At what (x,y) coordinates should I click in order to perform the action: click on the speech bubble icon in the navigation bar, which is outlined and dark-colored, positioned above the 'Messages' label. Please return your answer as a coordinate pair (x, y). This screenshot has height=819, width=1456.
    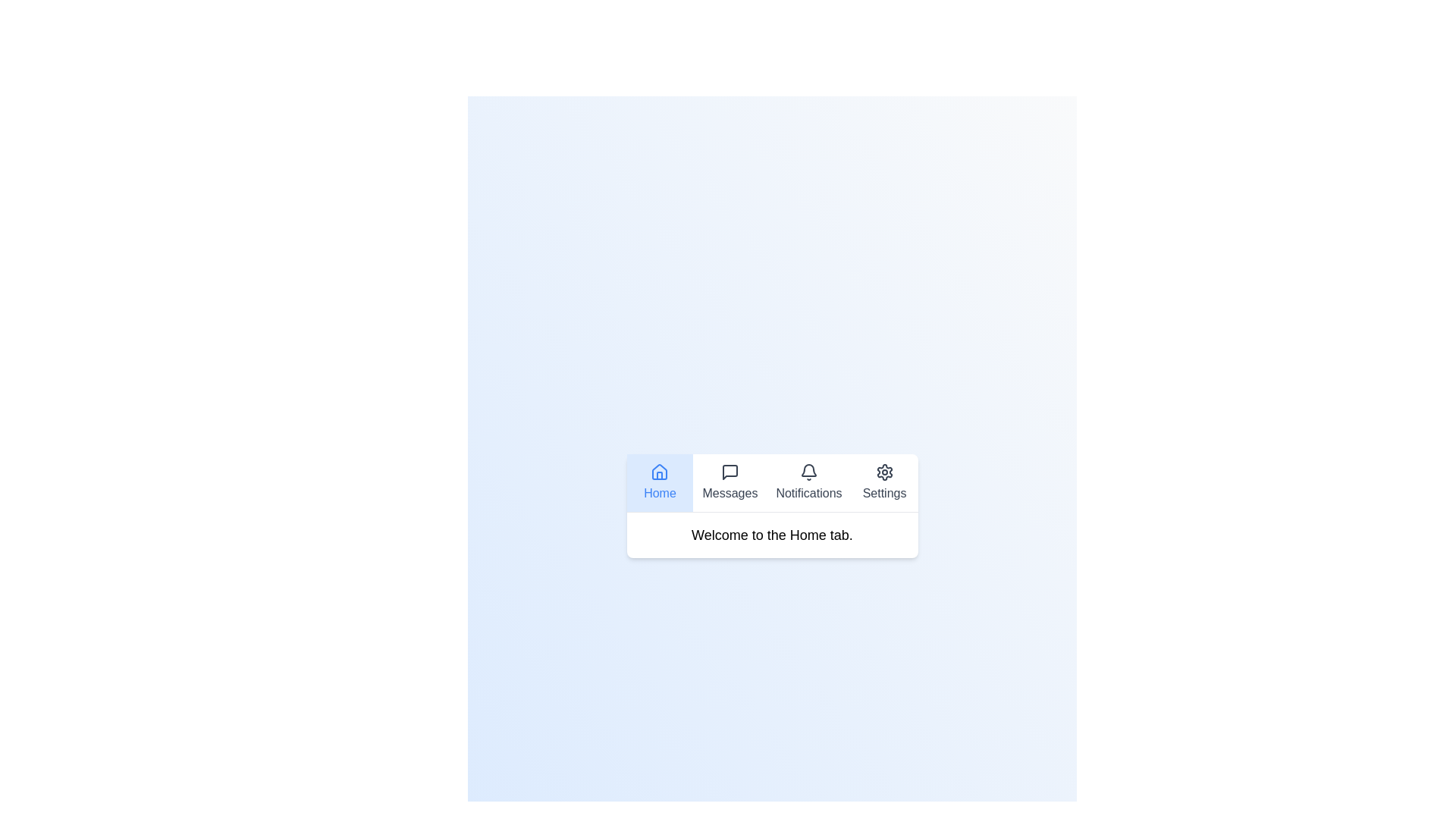
    Looking at the image, I should click on (730, 471).